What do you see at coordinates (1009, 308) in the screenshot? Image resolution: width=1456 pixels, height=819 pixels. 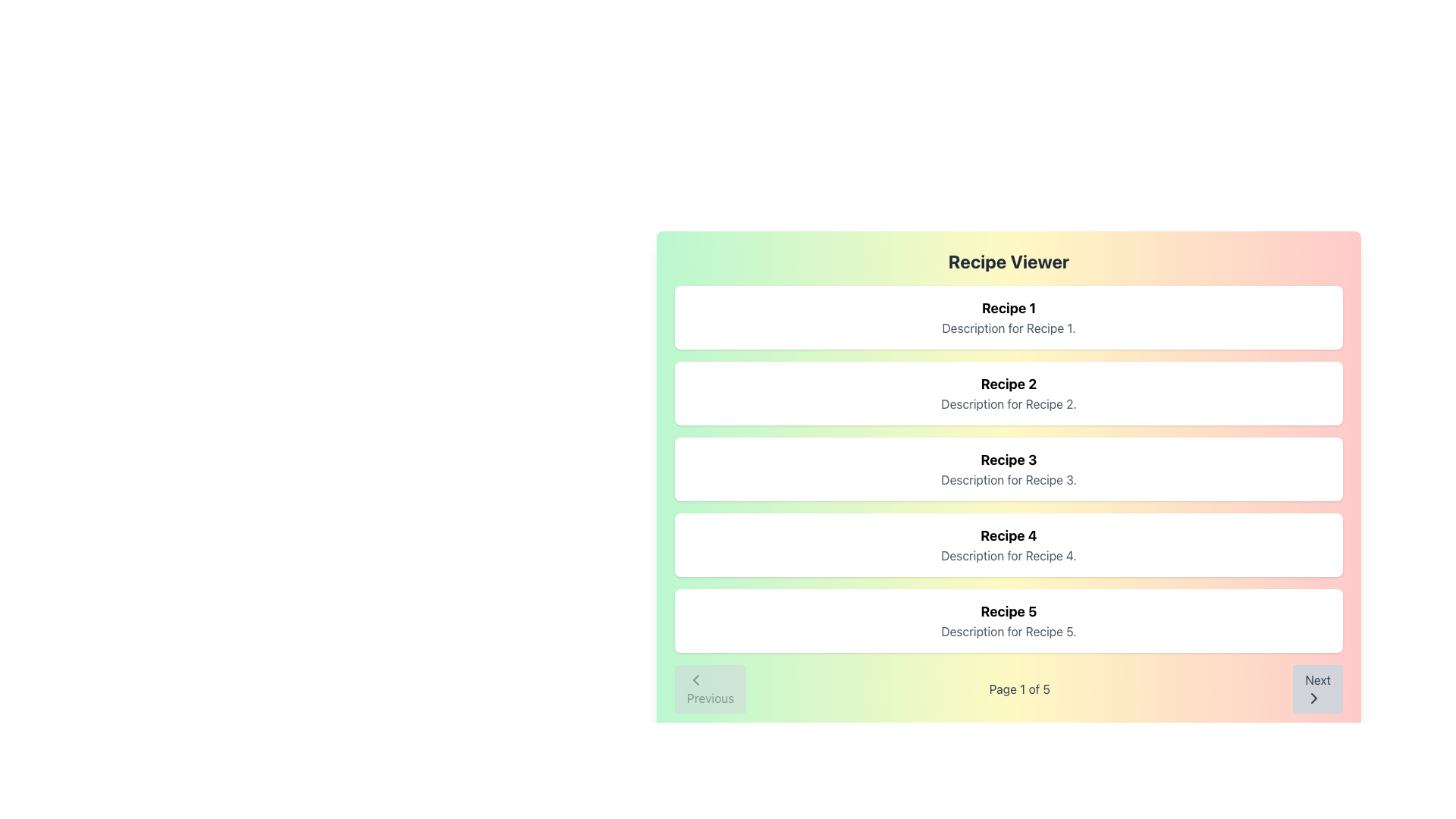 I see `the Text Label that serves as the title for the first recipe entry in the list` at bounding box center [1009, 308].